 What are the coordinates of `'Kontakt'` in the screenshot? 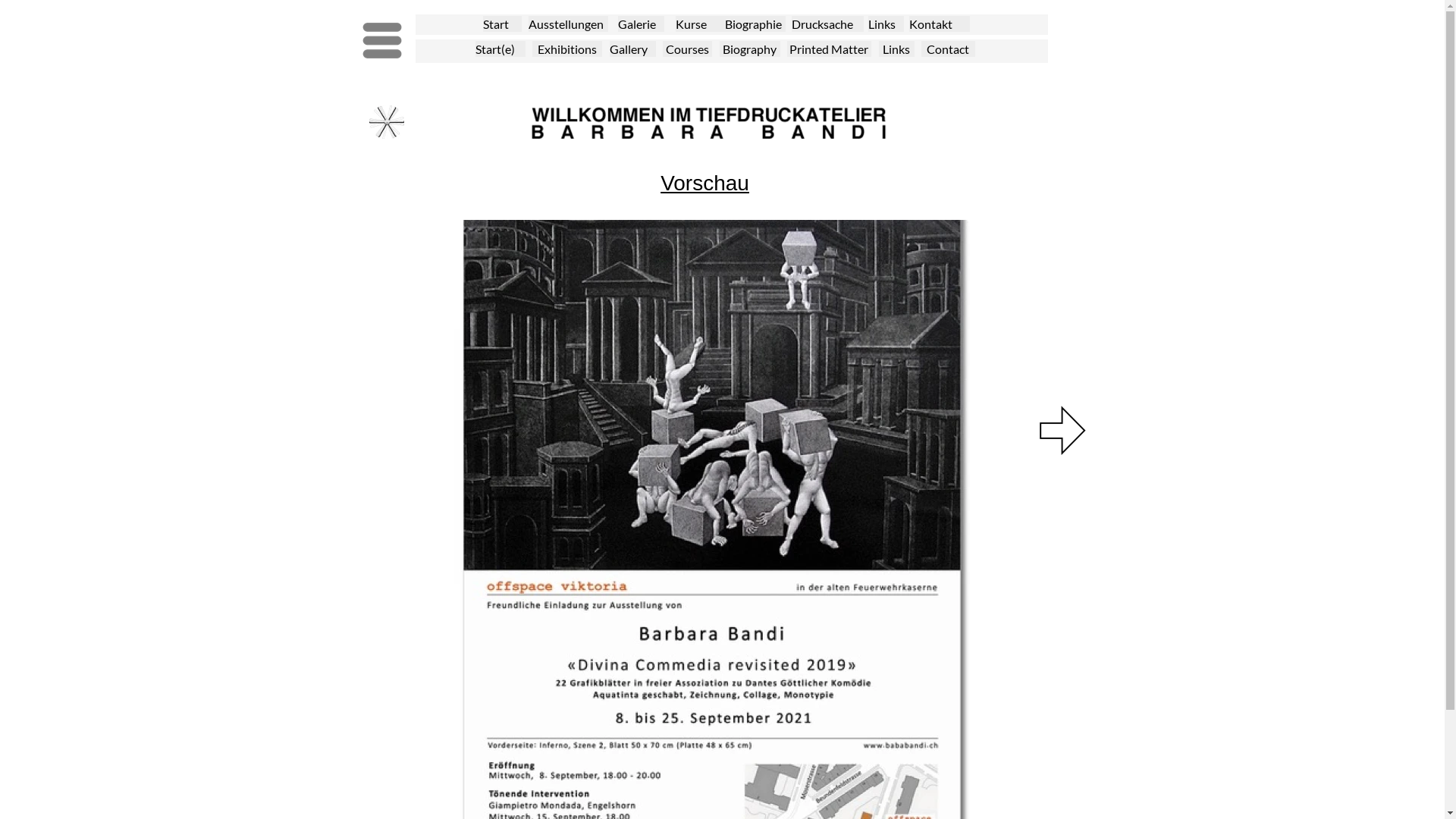 It's located at (908, 24).